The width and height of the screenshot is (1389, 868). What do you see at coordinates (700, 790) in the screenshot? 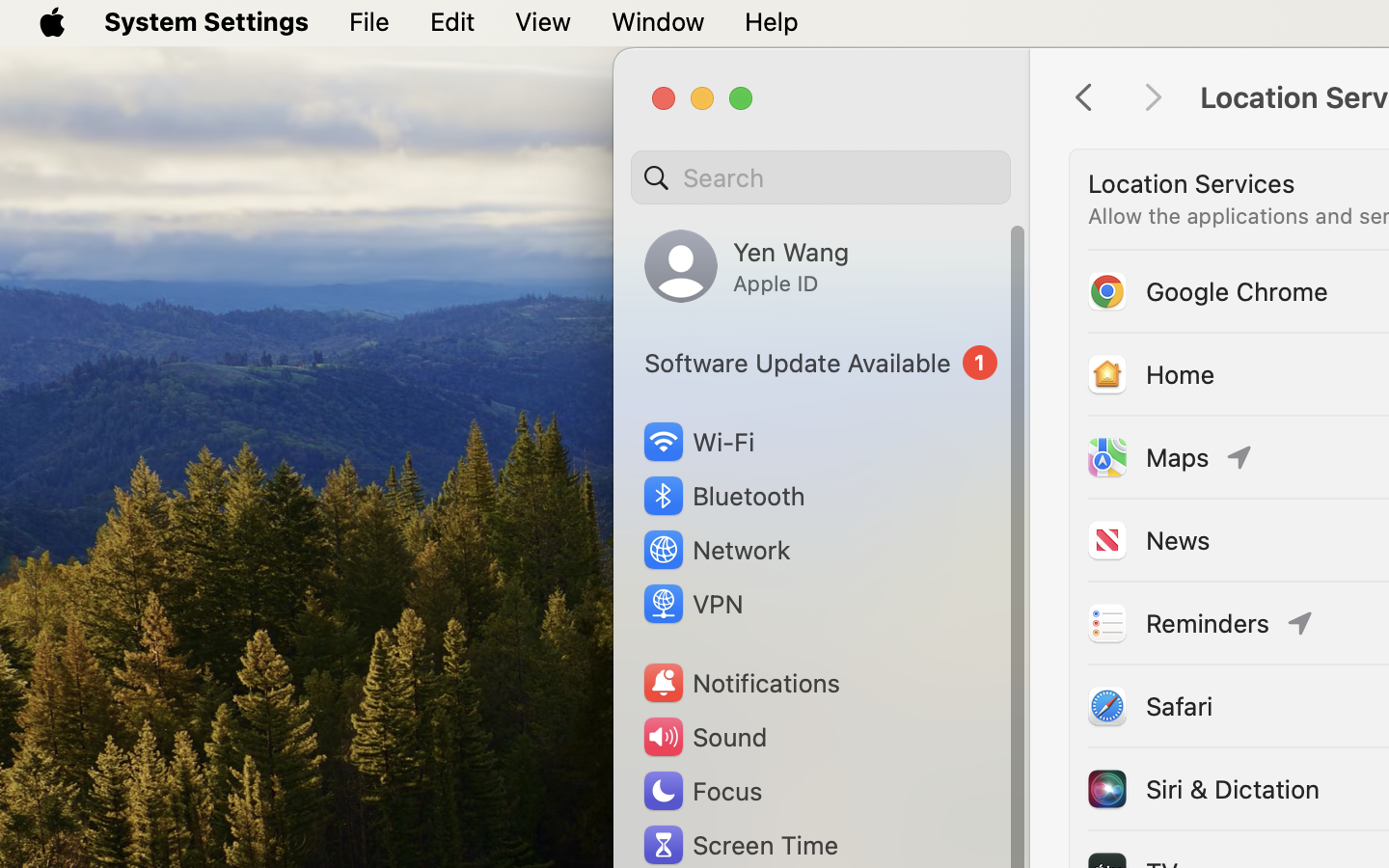
I see `'Focus'` at bounding box center [700, 790].